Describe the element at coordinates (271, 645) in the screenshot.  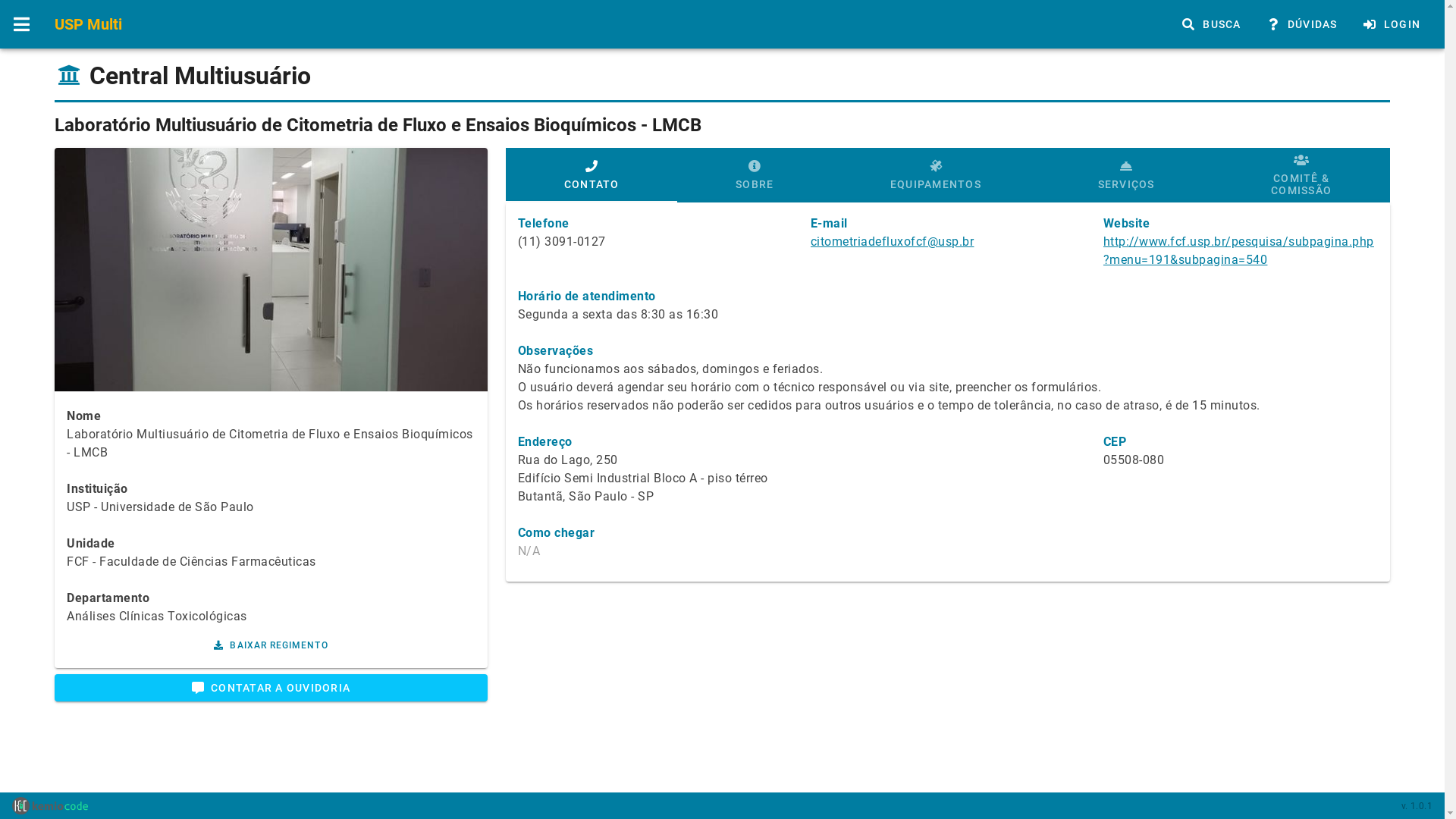
I see `'BAIXAR REGIMENTO'` at that location.